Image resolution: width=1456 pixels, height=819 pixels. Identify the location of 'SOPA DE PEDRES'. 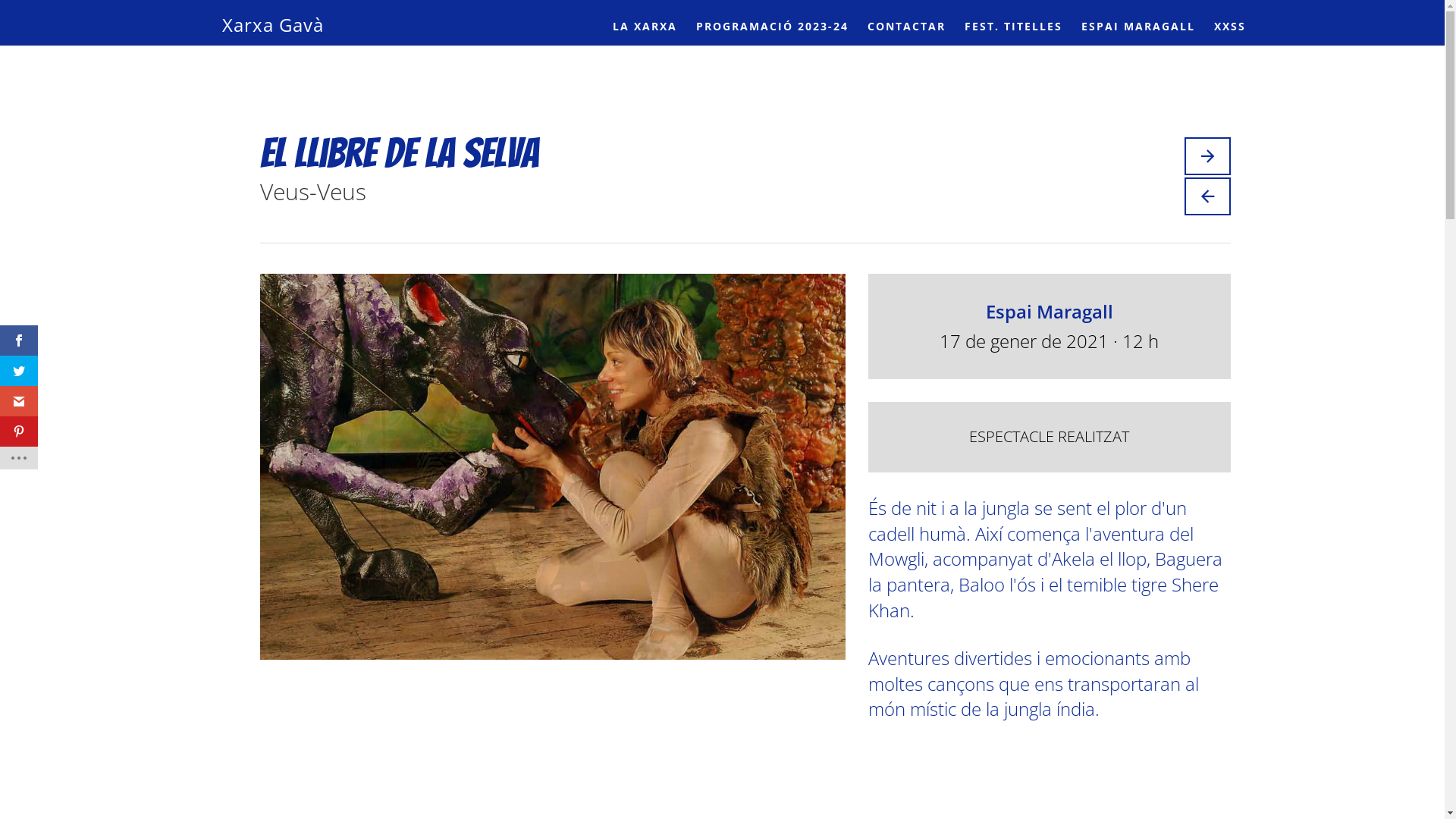
(1207, 195).